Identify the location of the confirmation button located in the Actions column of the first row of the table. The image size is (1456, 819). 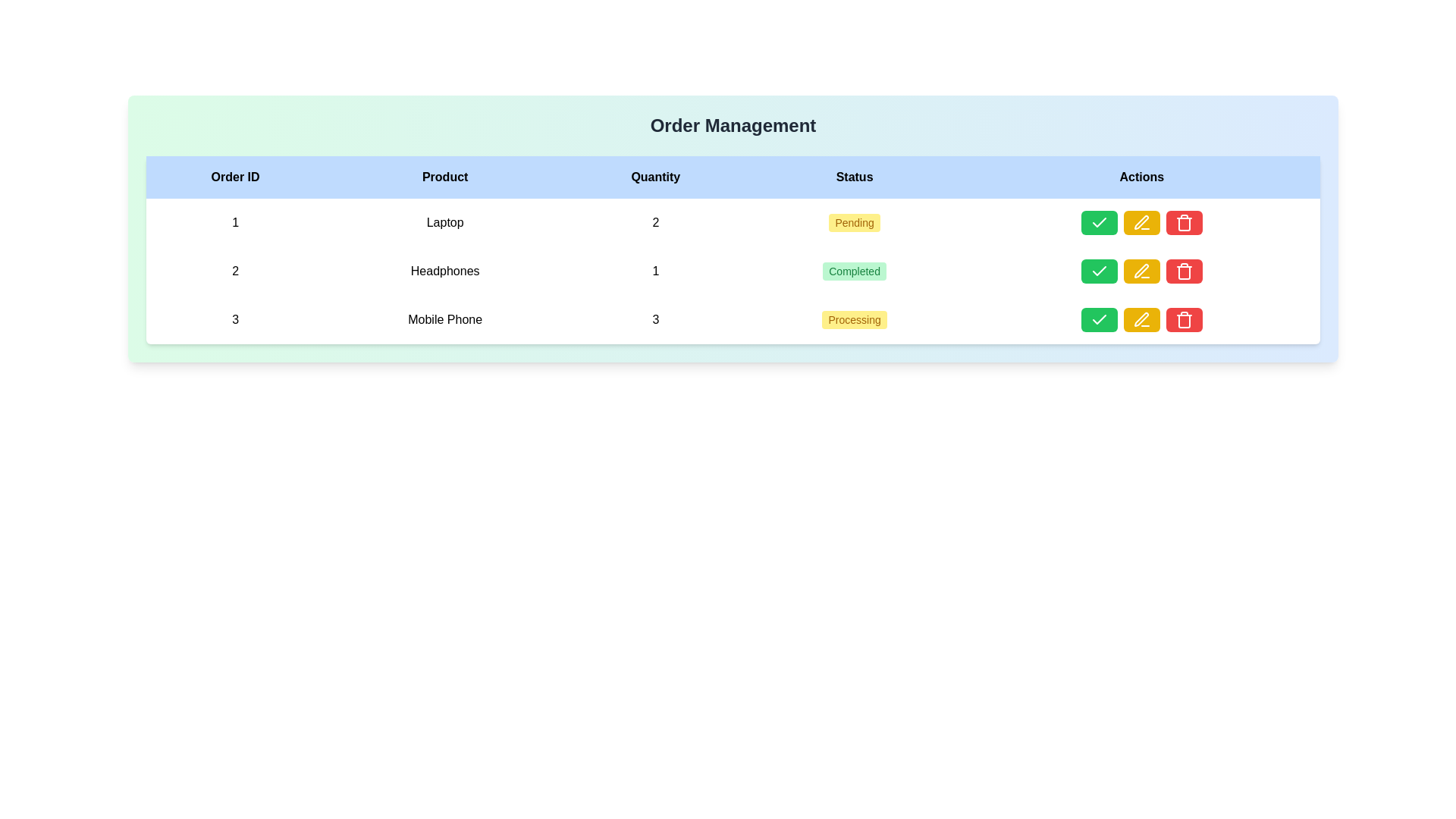
(1099, 222).